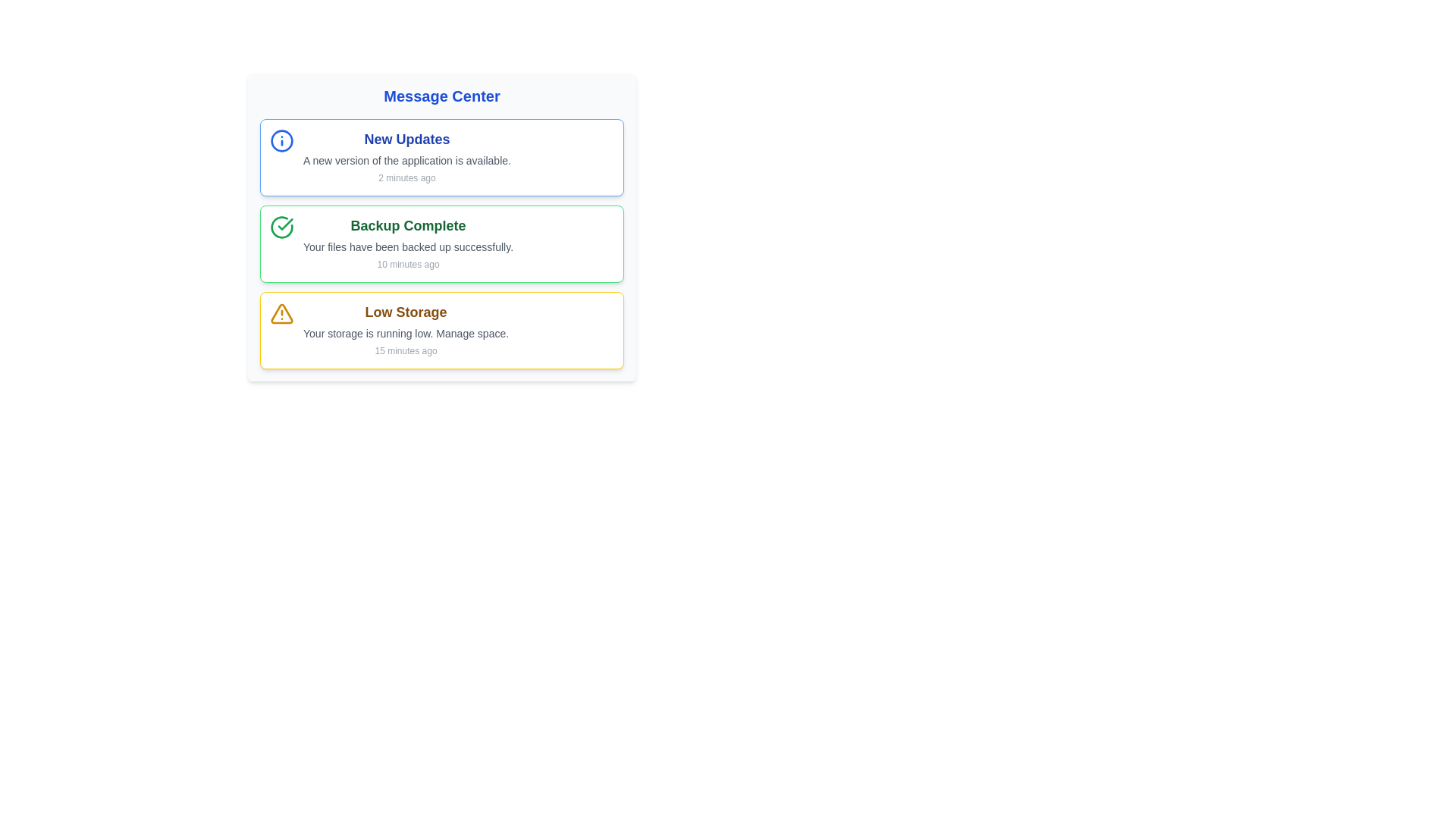  What do you see at coordinates (406, 329) in the screenshot?
I see `the 'Low Storage' notification block, which is the third item in the notification list` at bounding box center [406, 329].